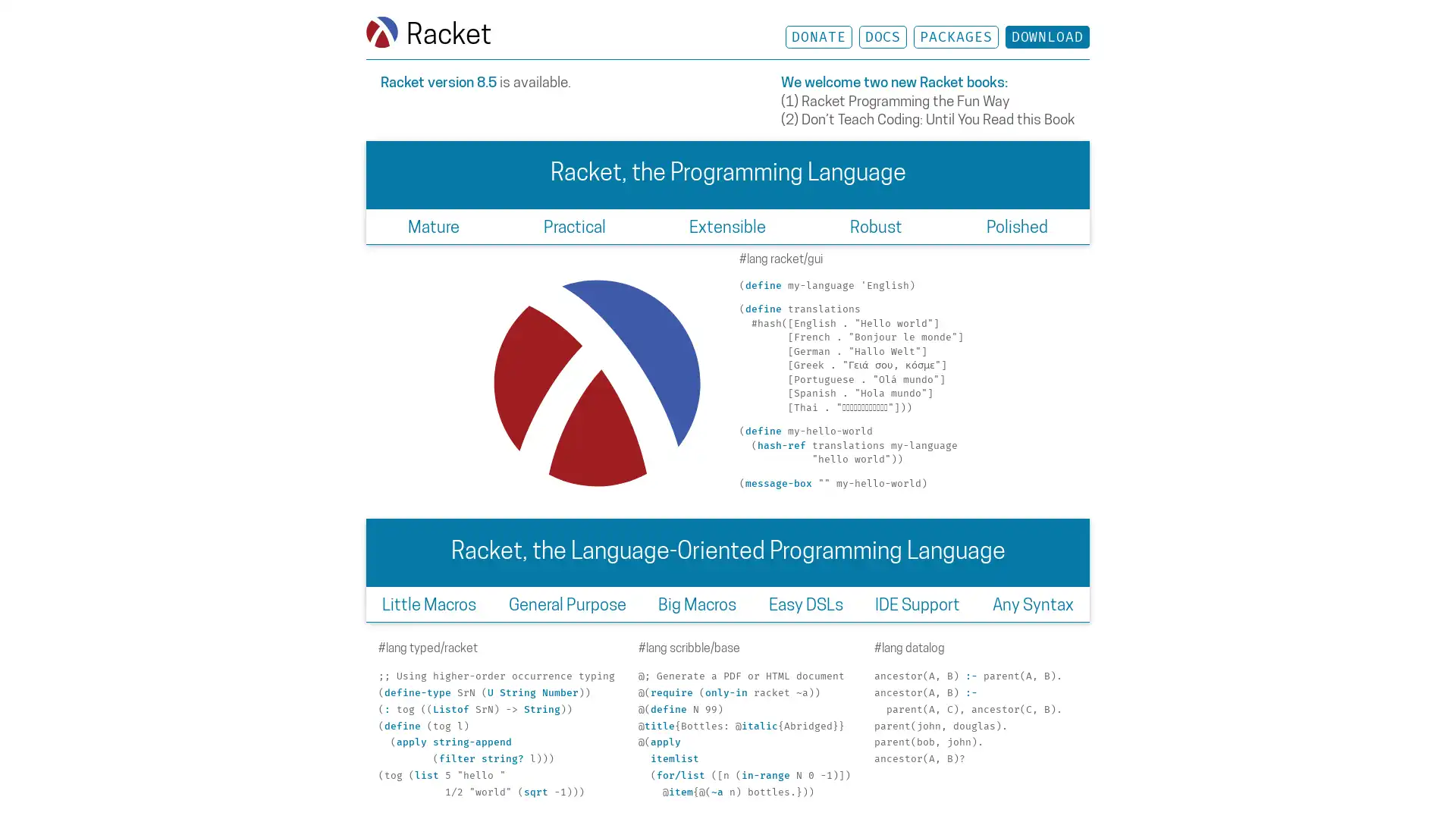  What do you see at coordinates (573, 226) in the screenshot?
I see `Practical` at bounding box center [573, 226].